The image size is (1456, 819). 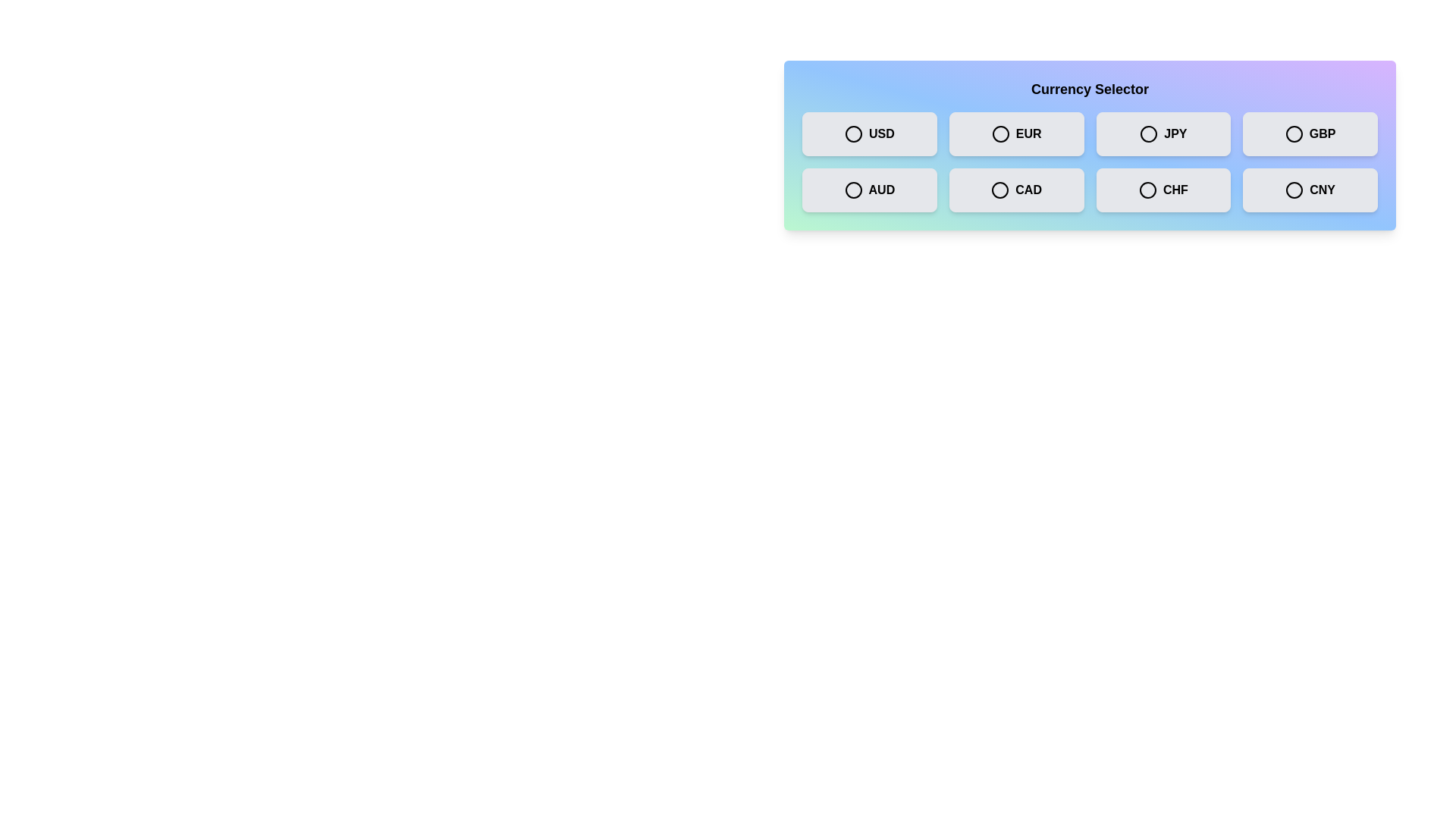 What do you see at coordinates (869, 189) in the screenshot?
I see `the currency box labeled AUD to observe the hover effect` at bounding box center [869, 189].